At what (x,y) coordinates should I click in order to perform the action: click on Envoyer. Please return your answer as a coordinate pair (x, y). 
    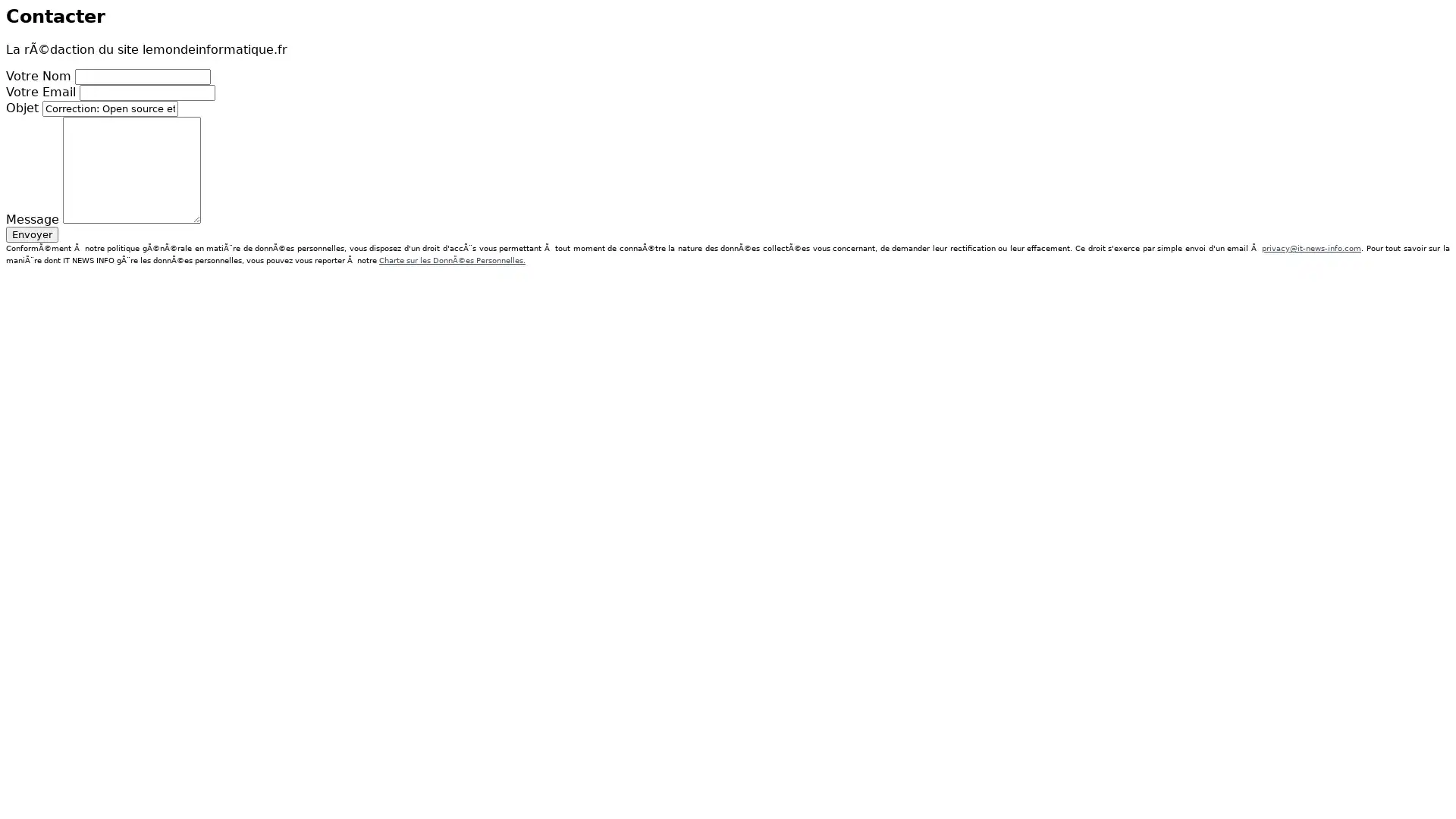
    Looking at the image, I should click on (32, 234).